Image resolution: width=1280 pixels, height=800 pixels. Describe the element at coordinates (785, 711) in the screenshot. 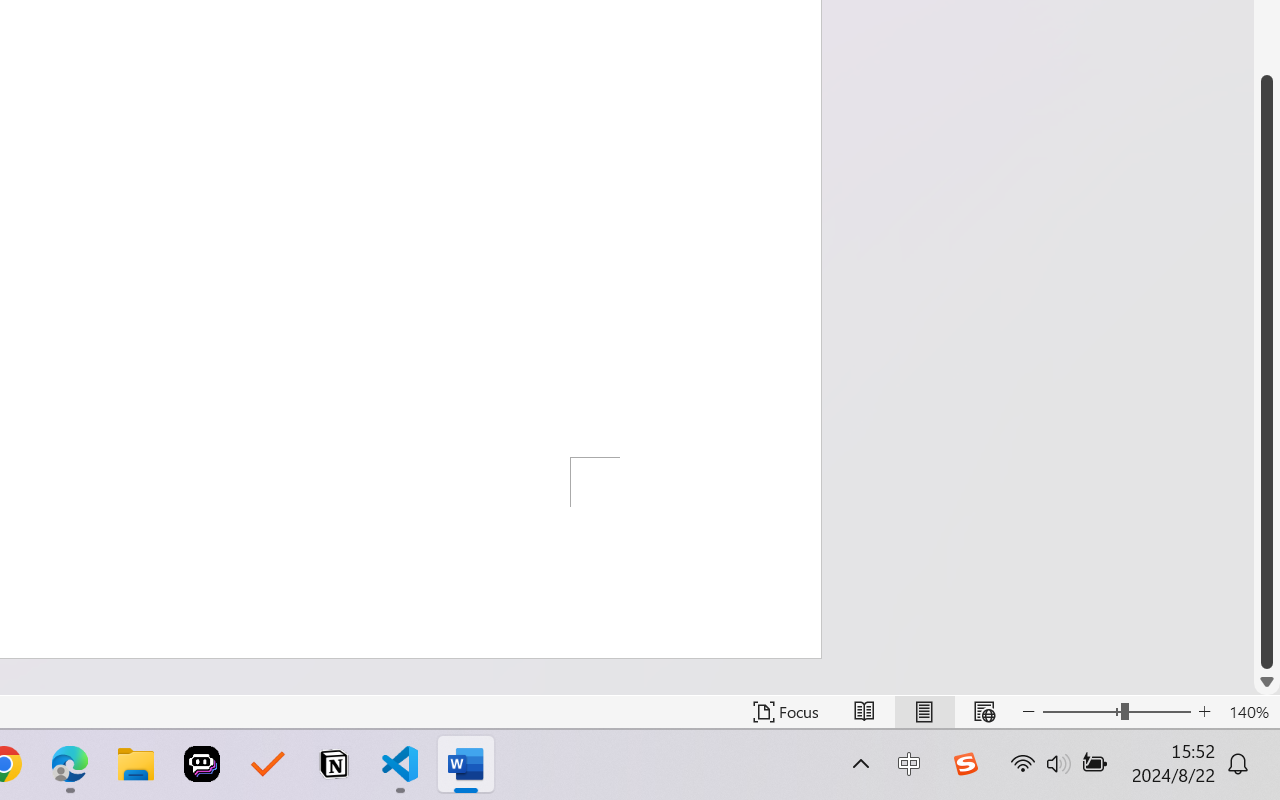

I see `'Focus '` at that location.